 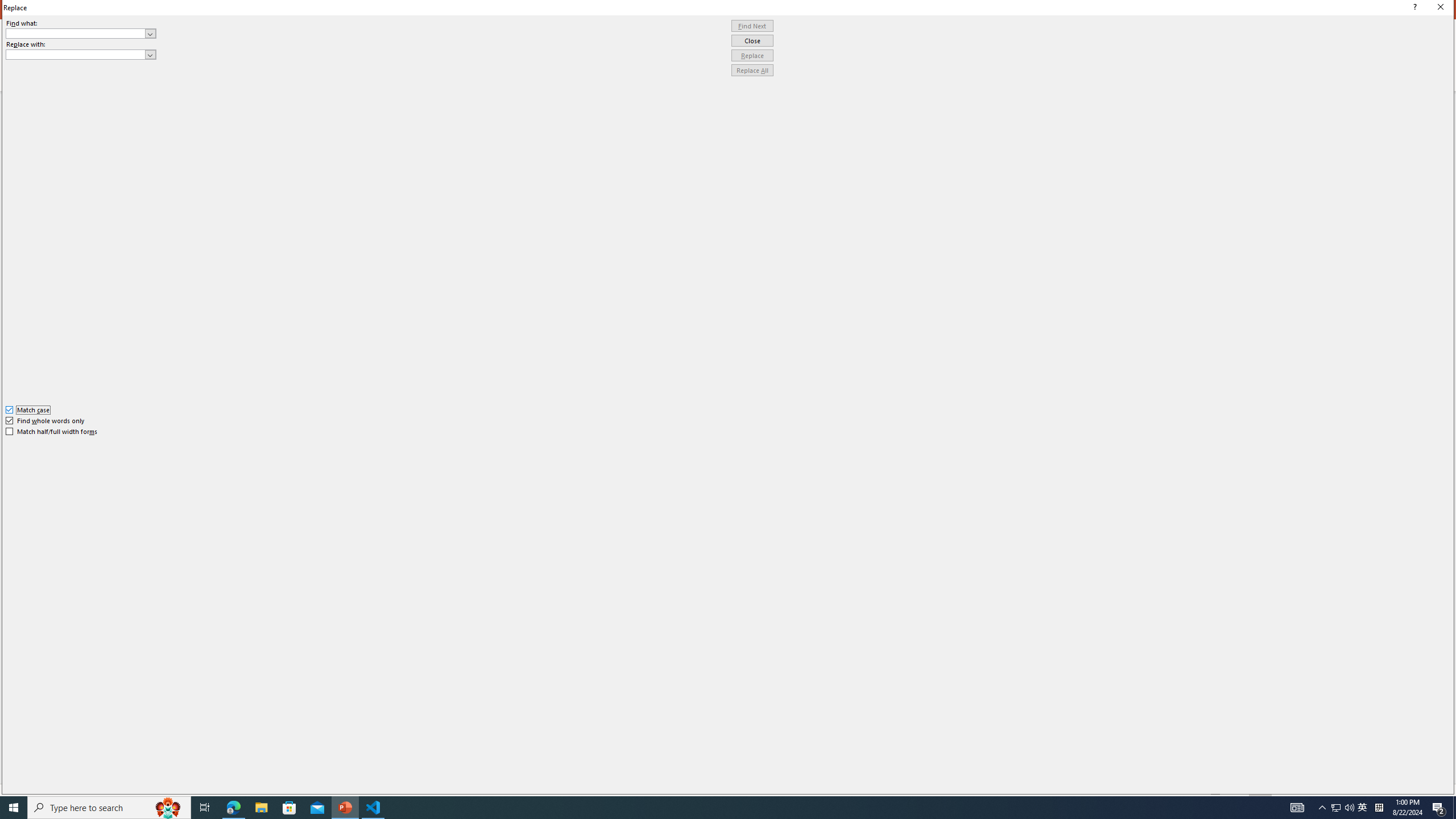 I want to click on 'Find Next', so click(x=752, y=26).